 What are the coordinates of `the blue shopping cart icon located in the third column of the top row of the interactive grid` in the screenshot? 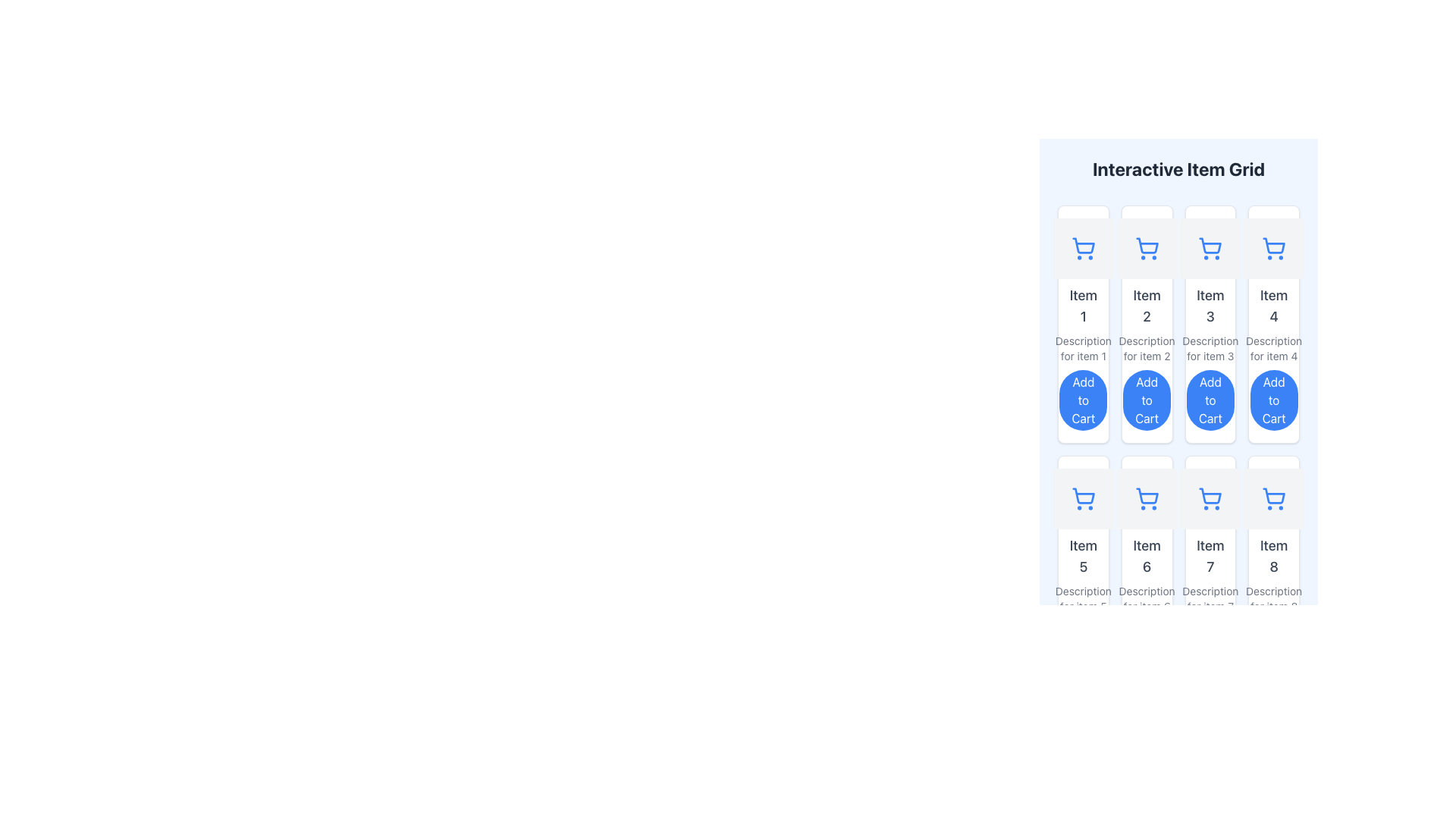 It's located at (1210, 247).